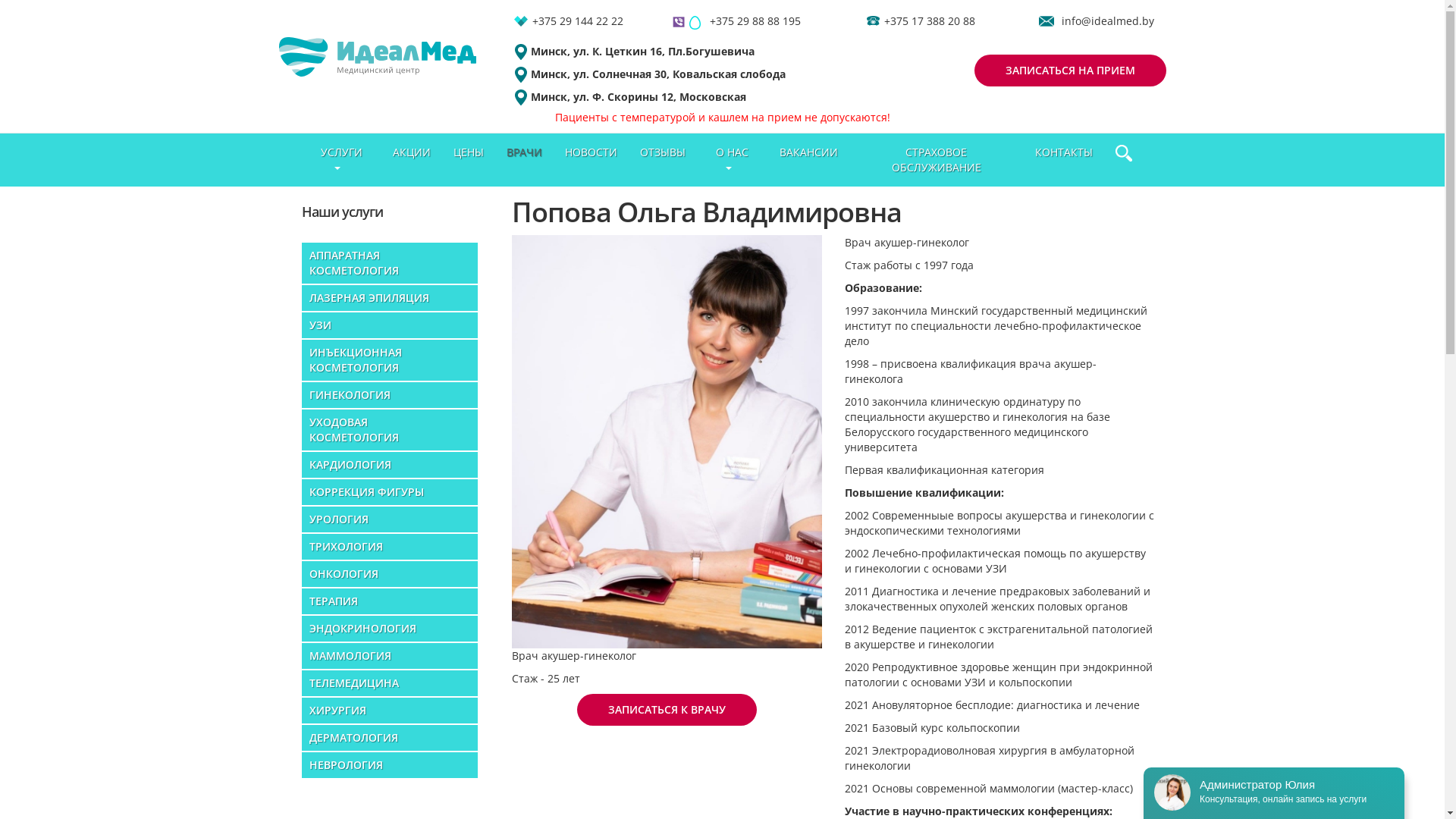 The image size is (1456, 819). What do you see at coordinates (677, 20) in the screenshot?
I see `'Viber'` at bounding box center [677, 20].